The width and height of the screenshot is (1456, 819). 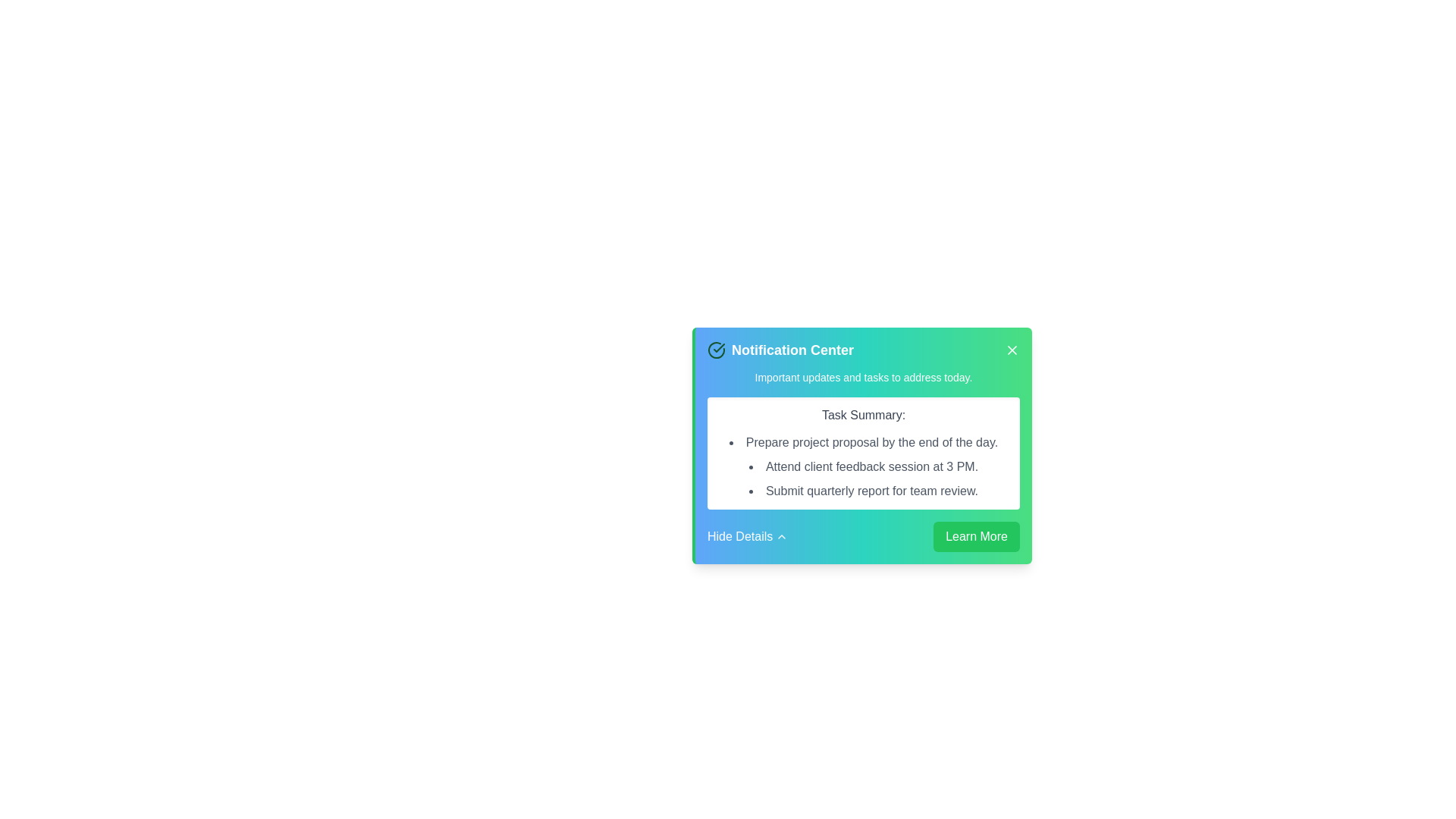 What do you see at coordinates (748, 536) in the screenshot?
I see `the 'Hide Details' button located at the bottom-left side of the notification card to hide additional details` at bounding box center [748, 536].